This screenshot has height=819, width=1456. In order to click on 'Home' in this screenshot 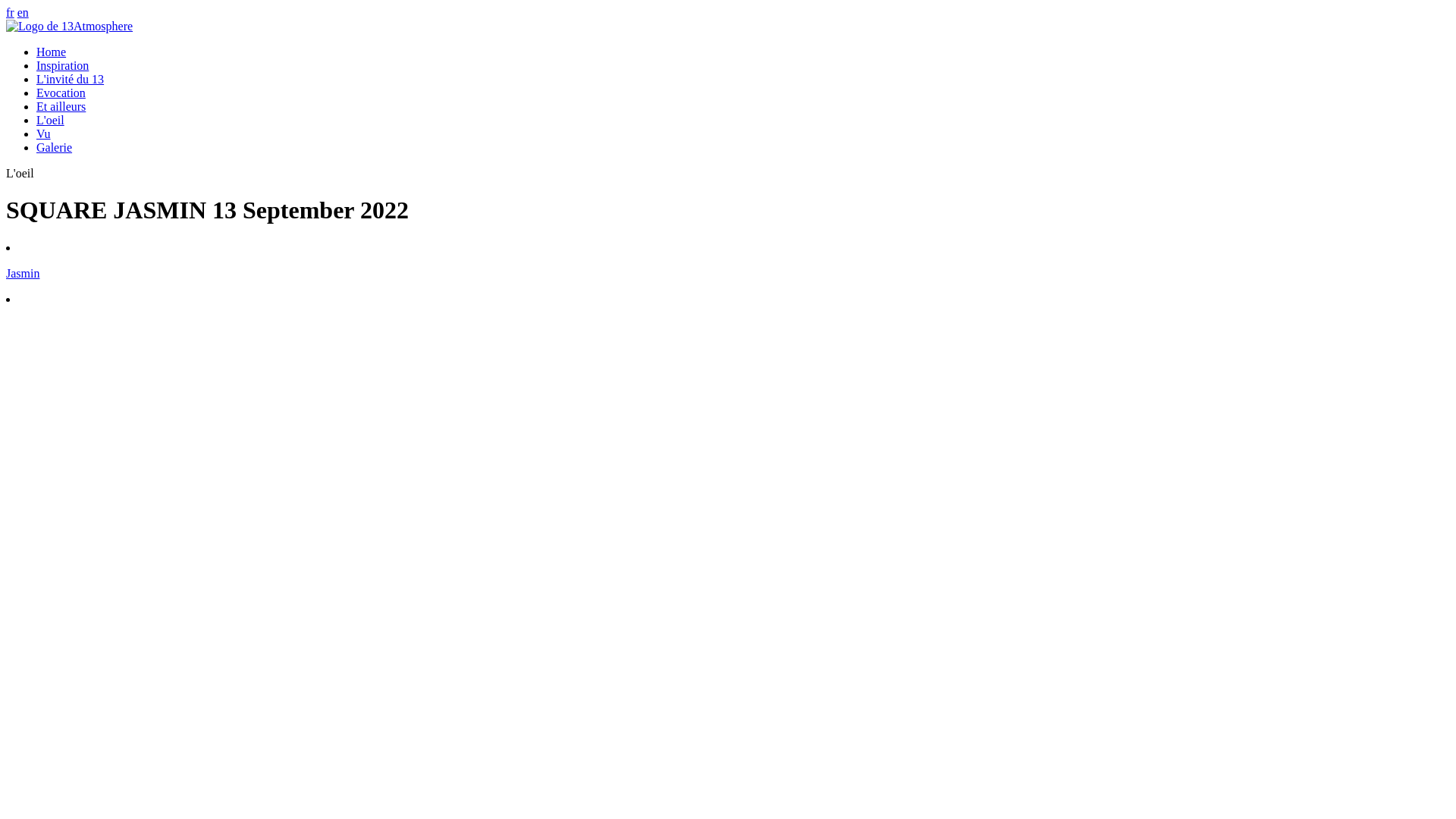, I will do `click(36, 51)`.